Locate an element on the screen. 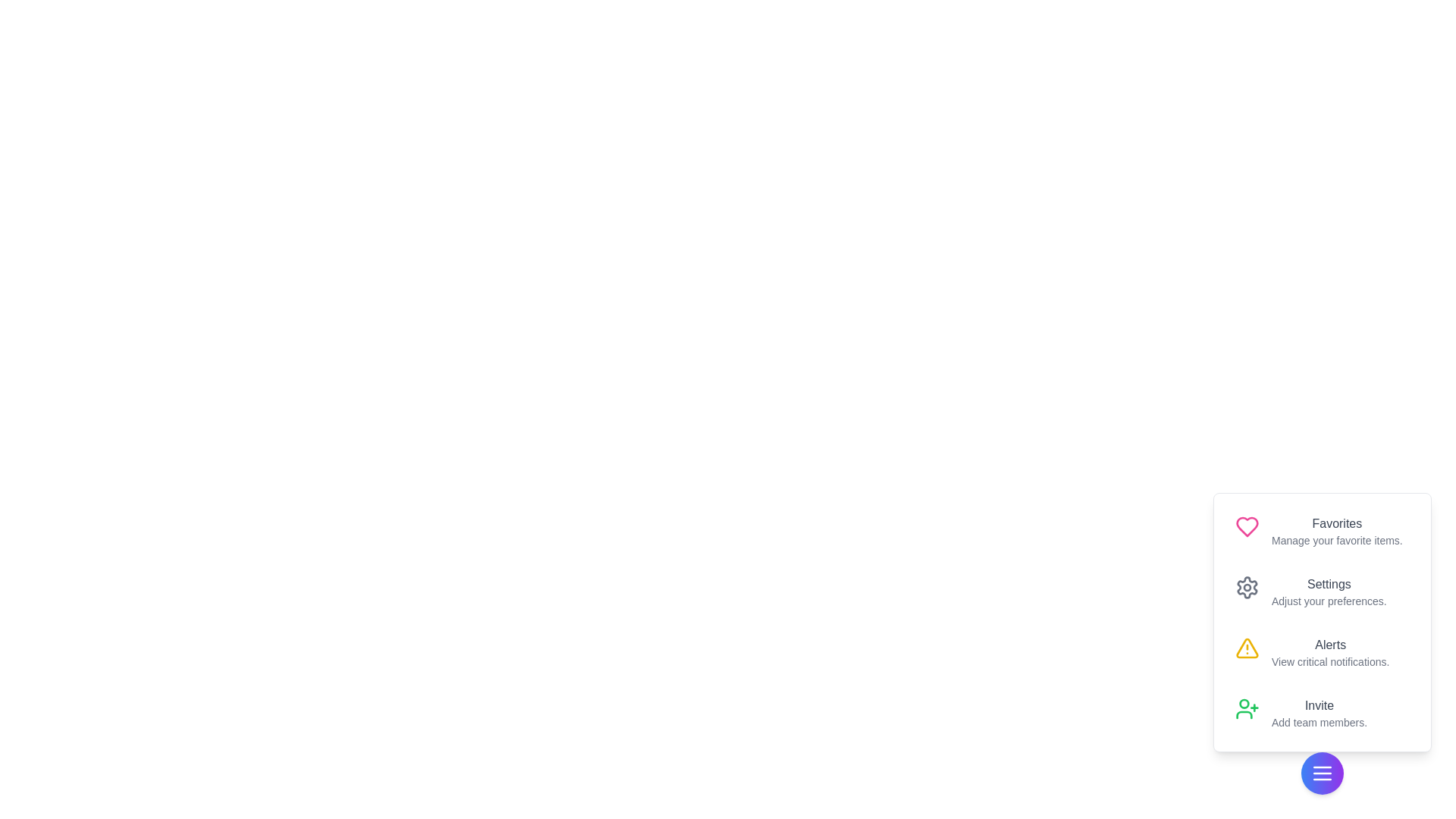 Image resolution: width=1456 pixels, height=819 pixels. the menu item corresponding to Invite is located at coordinates (1321, 714).